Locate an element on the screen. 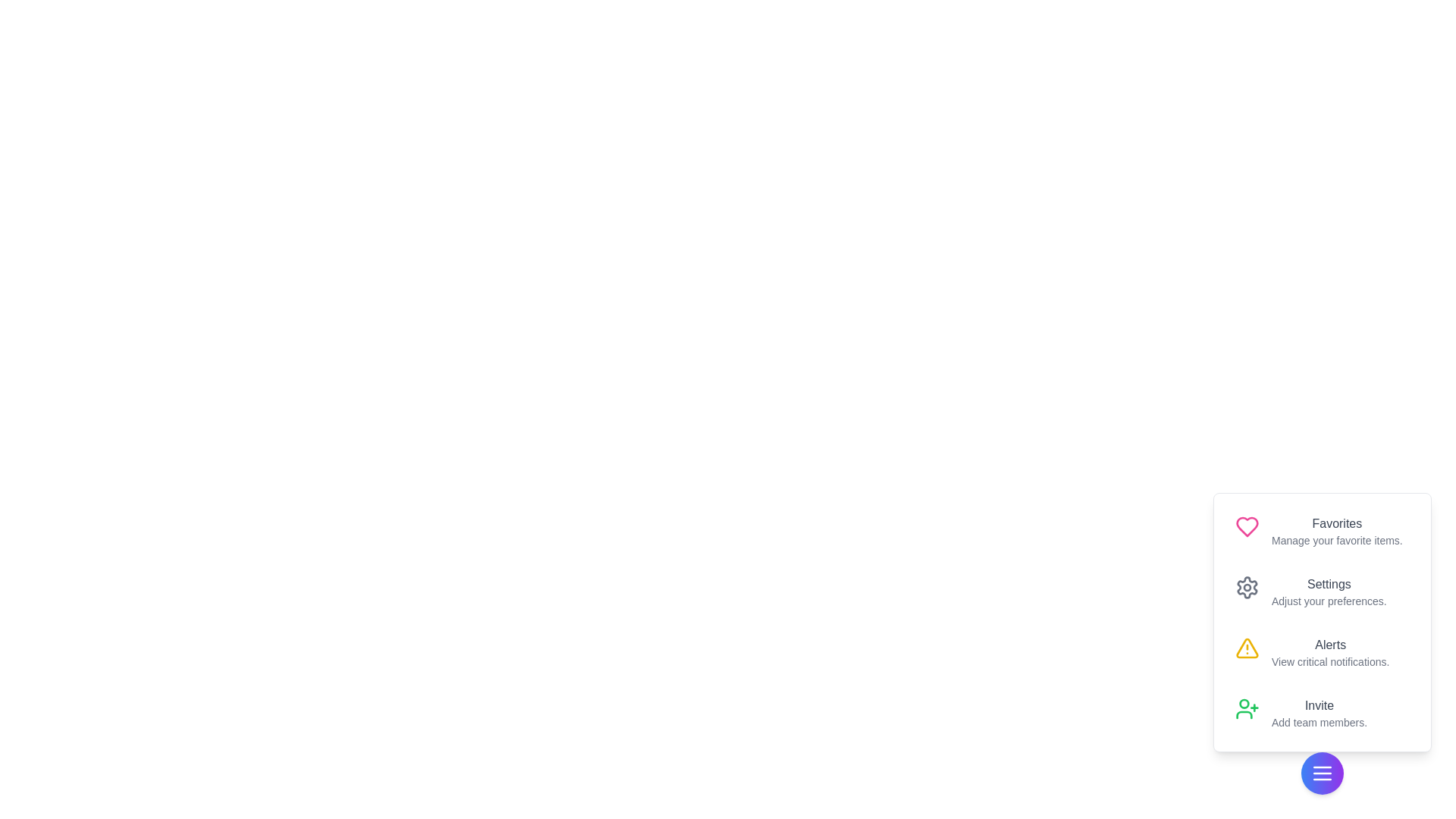 Image resolution: width=1456 pixels, height=819 pixels. the menu item corresponding to Invite is located at coordinates (1321, 714).